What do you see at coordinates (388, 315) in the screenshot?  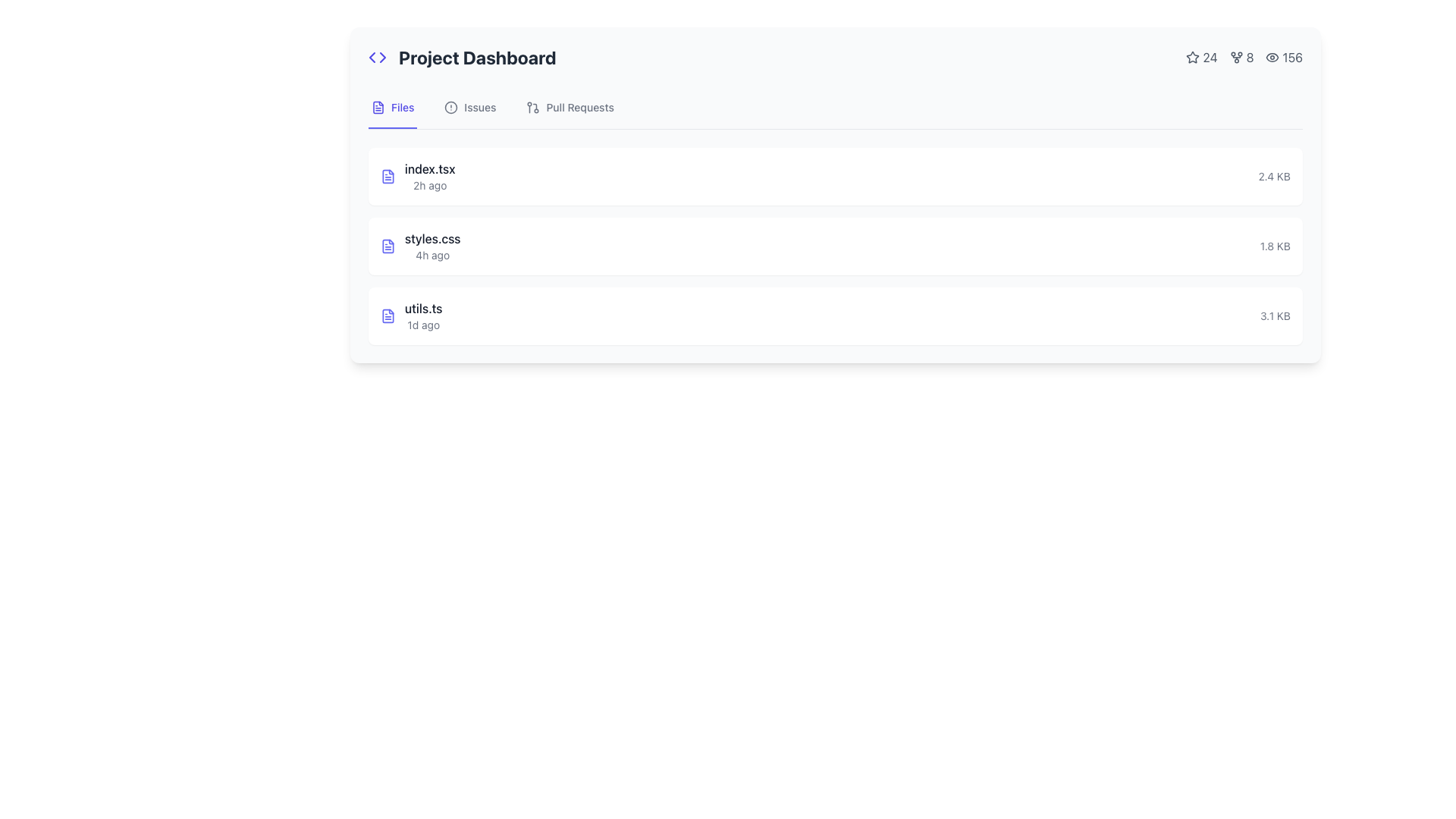 I see `the document file icon, which is a vibrant indigo representation of a file, located to the left of the text 'utils.ts' in the file list interface` at bounding box center [388, 315].